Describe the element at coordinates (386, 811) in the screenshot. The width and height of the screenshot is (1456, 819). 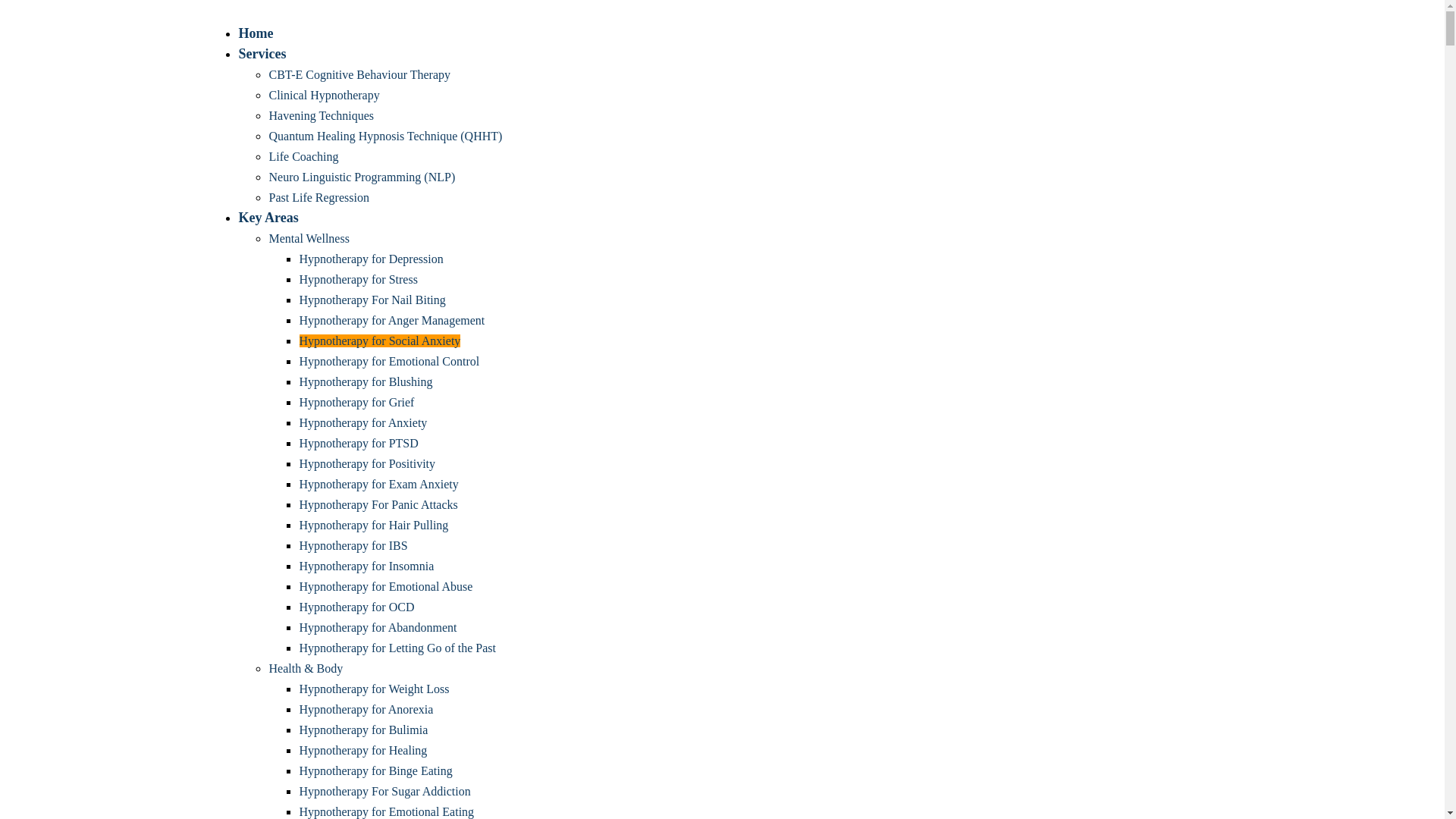
I see `'Hypnotherapy for Emotional Eating'` at that location.